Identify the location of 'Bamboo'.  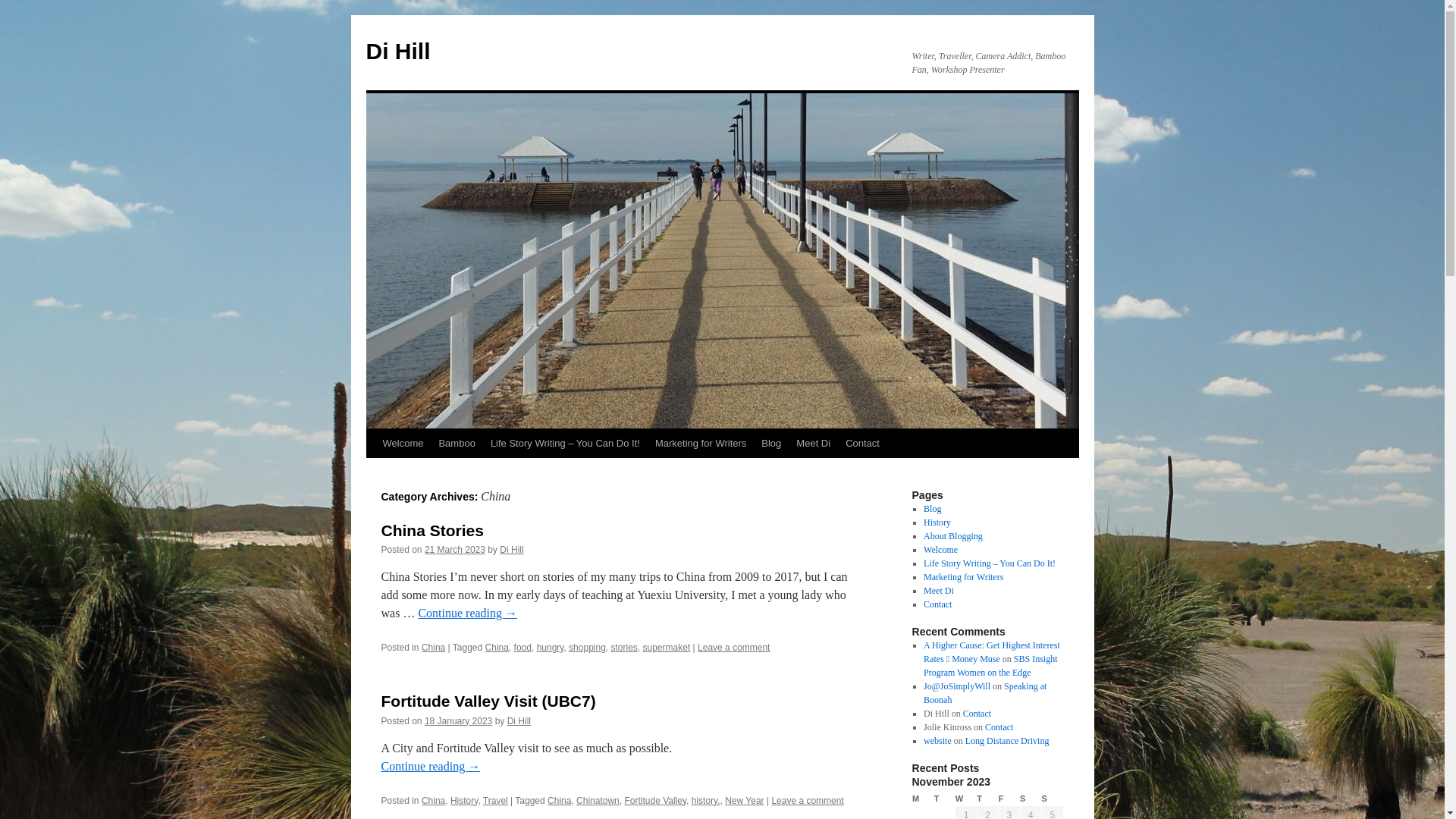
(455, 444).